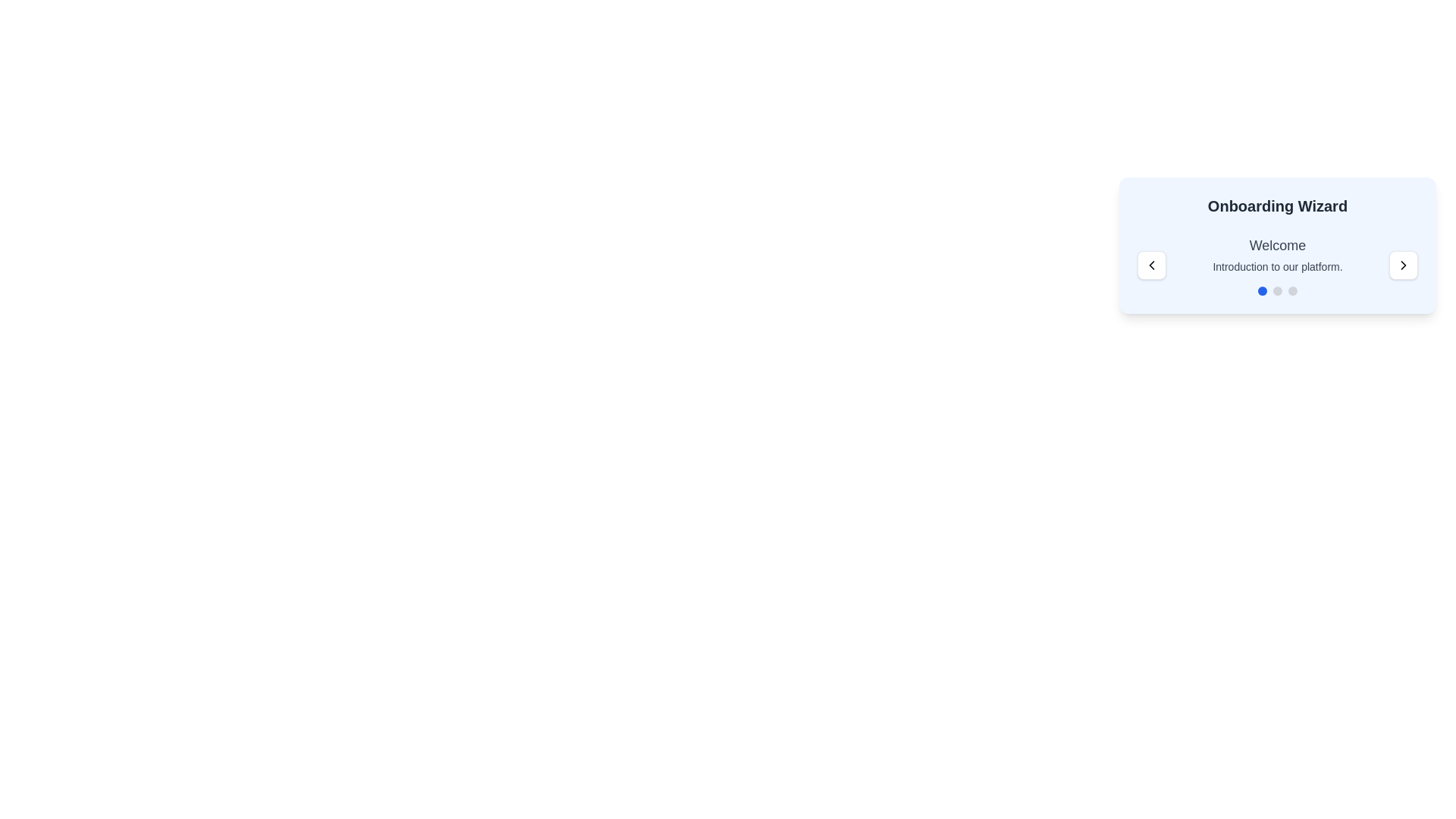 This screenshot has height=819, width=1456. Describe the element at coordinates (1276, 245) in the screenshot. I see `greeting text displayed at the top of the onboarding interface, which is centrally aligned and serves as a headline for the section` at that location.